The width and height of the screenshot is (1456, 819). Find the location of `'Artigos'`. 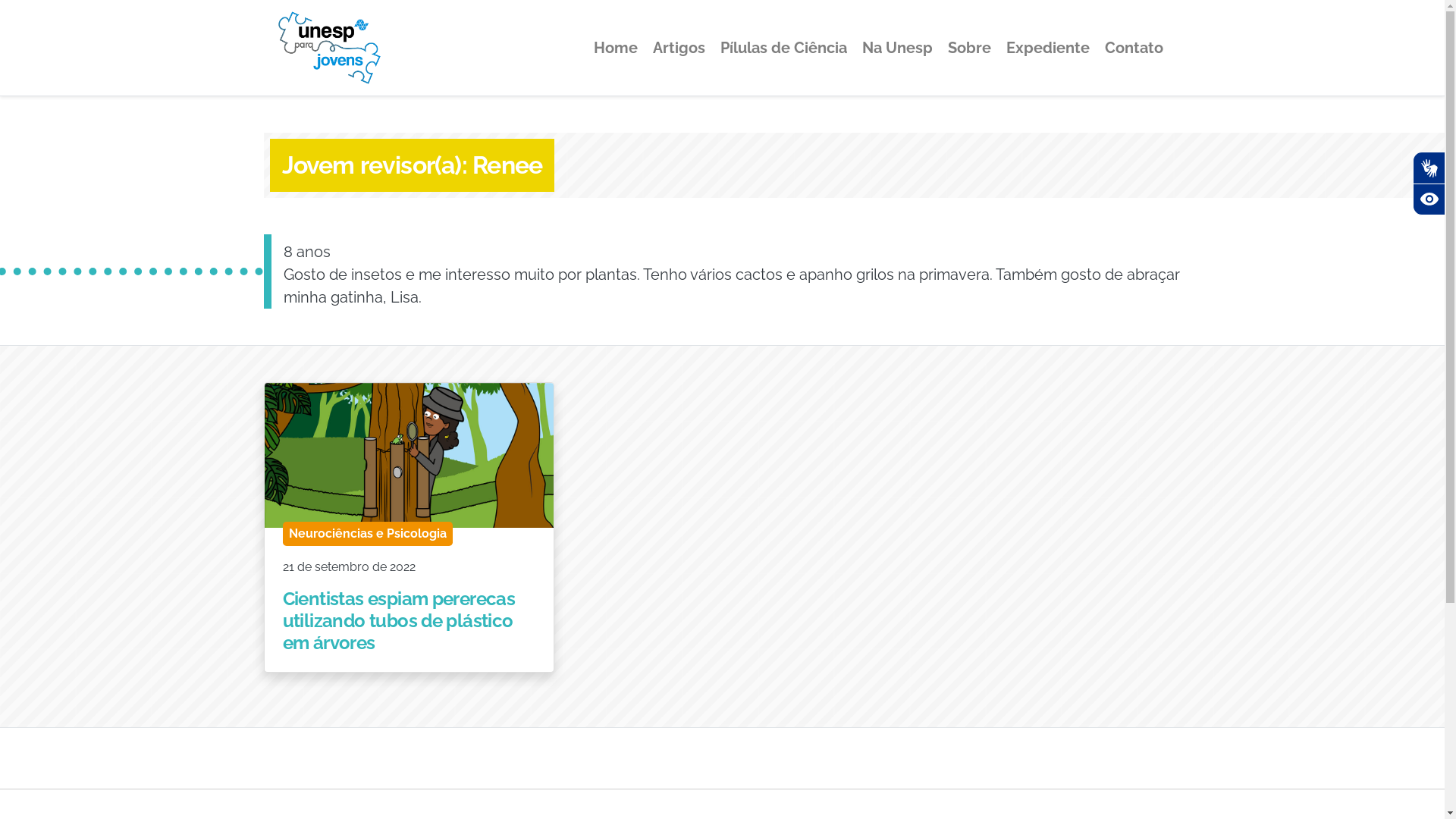

'Artigos' is located at coordinates (677, 46).